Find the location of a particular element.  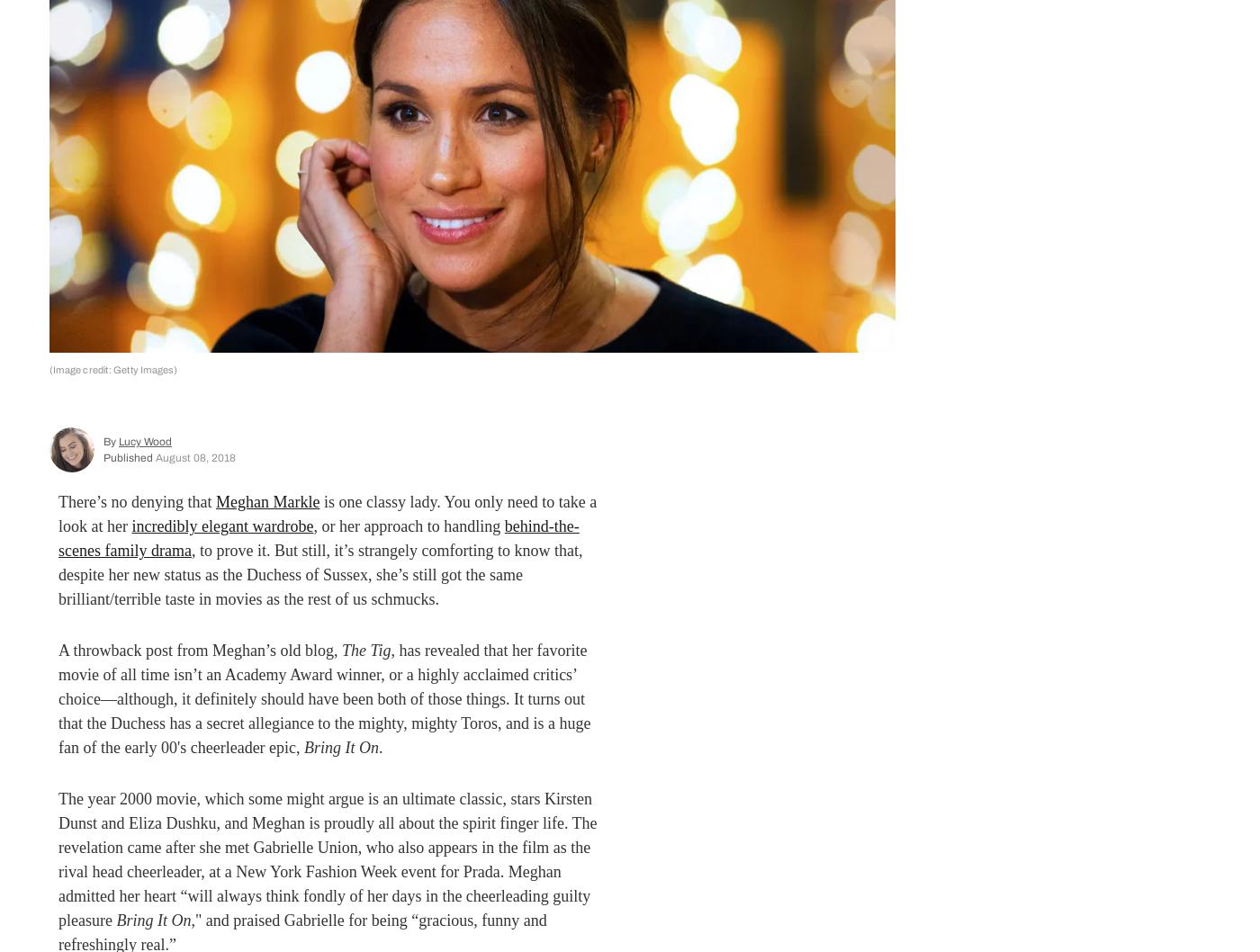

'is one classy lady. You only need to take a look at her' is located at coordinates (328, 514).